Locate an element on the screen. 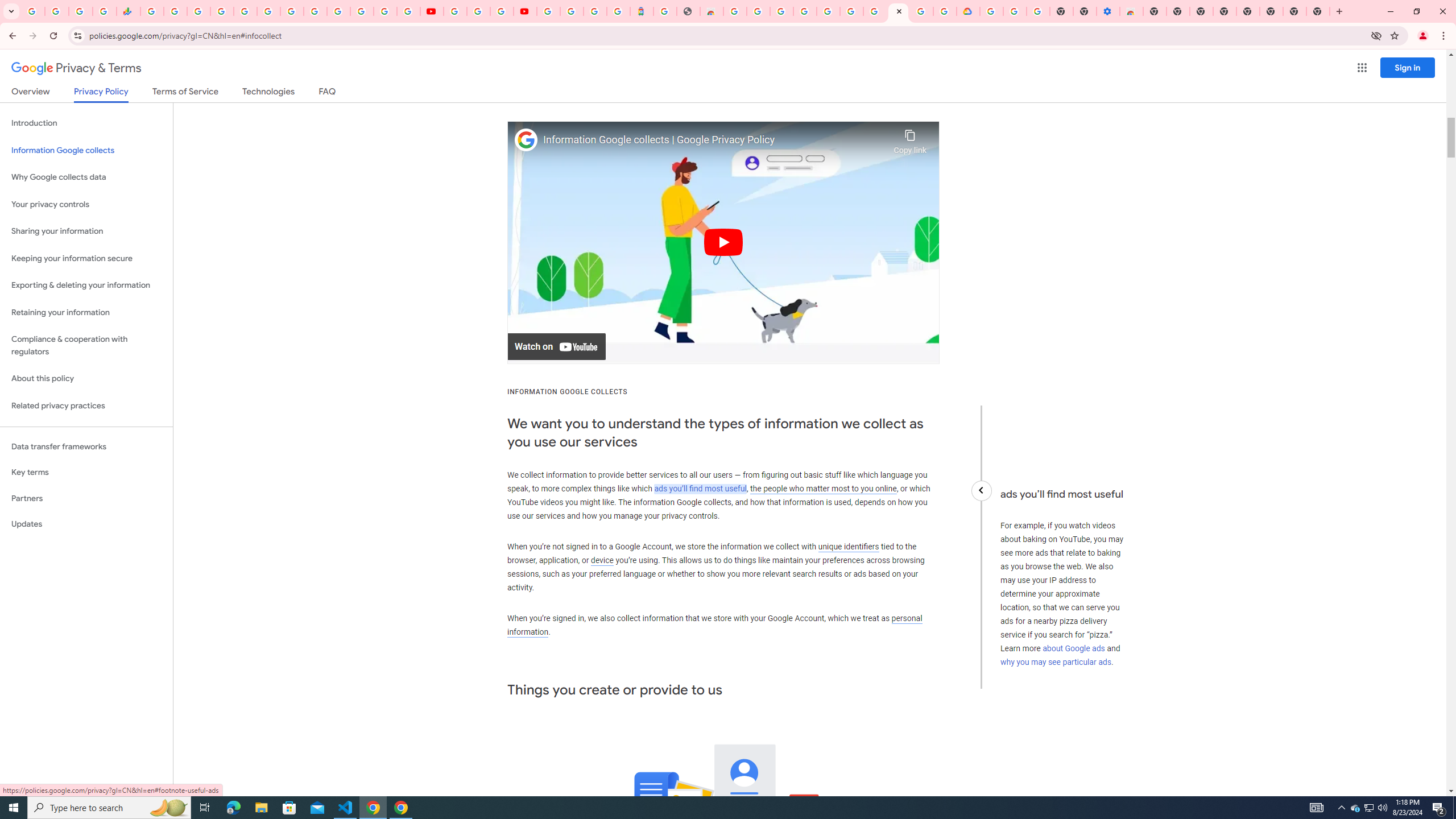 The width and height of the screenshot is (1456, 819). 'About this policy' is located at coordinates (86, 379).